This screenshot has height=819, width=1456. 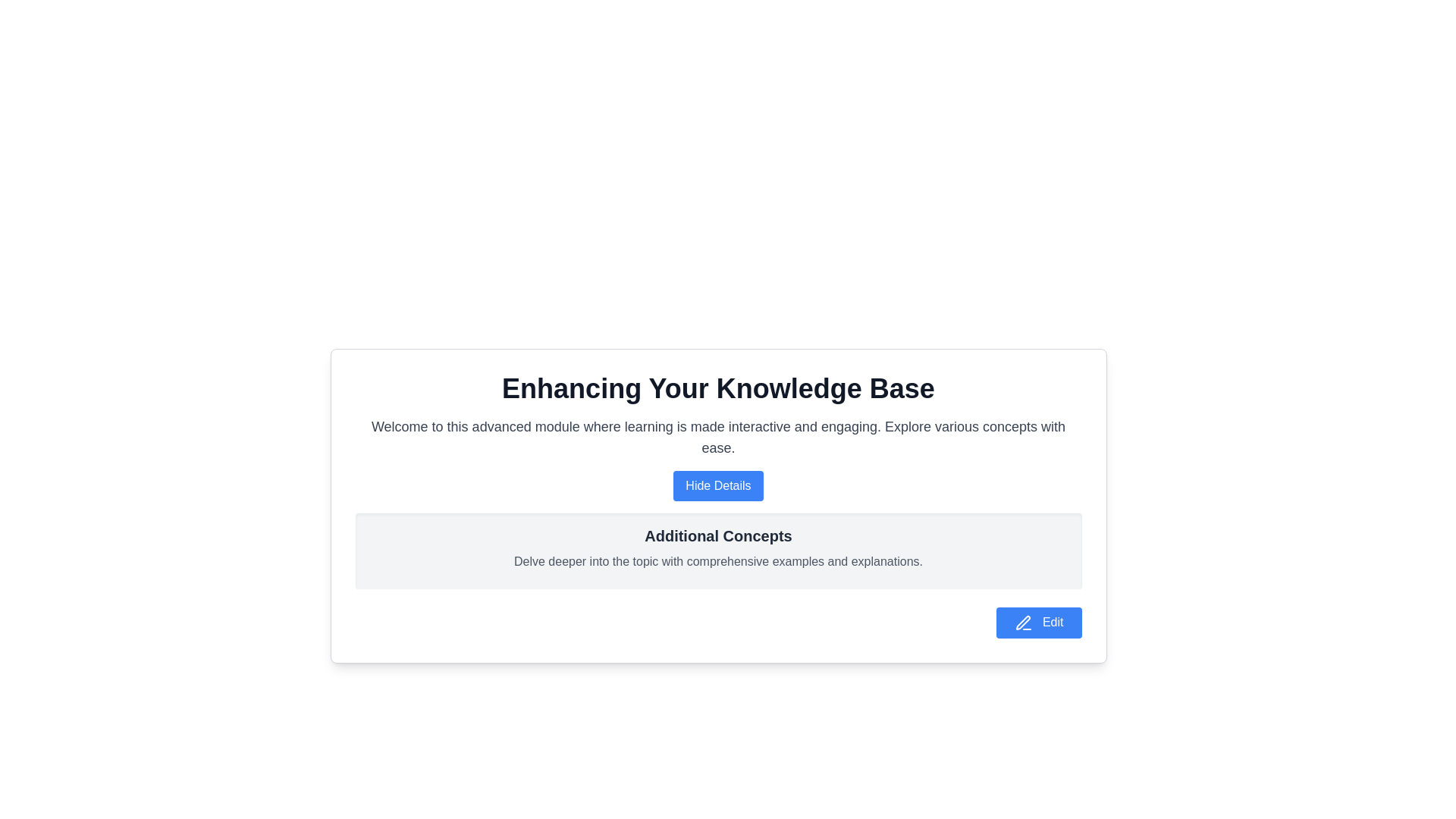 I want to click on the button located at the bottom-right corner of the 'Enhancing Your Knowledge Base' panel, so click(x=717, y=623).